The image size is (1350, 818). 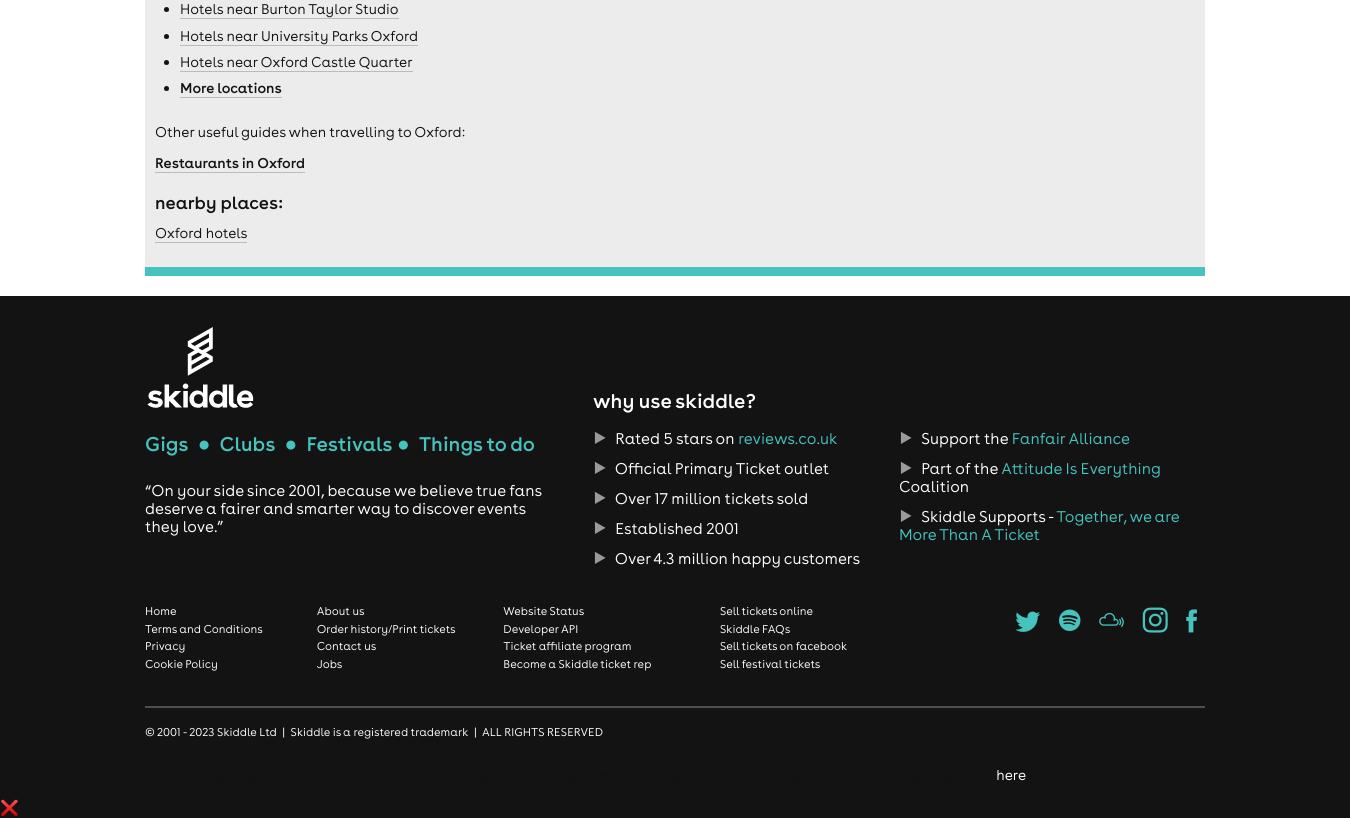 What do you see at coordinates (475, 443) in the screenshot?
I see `'Things to do'` at bounding box center [475, 443].